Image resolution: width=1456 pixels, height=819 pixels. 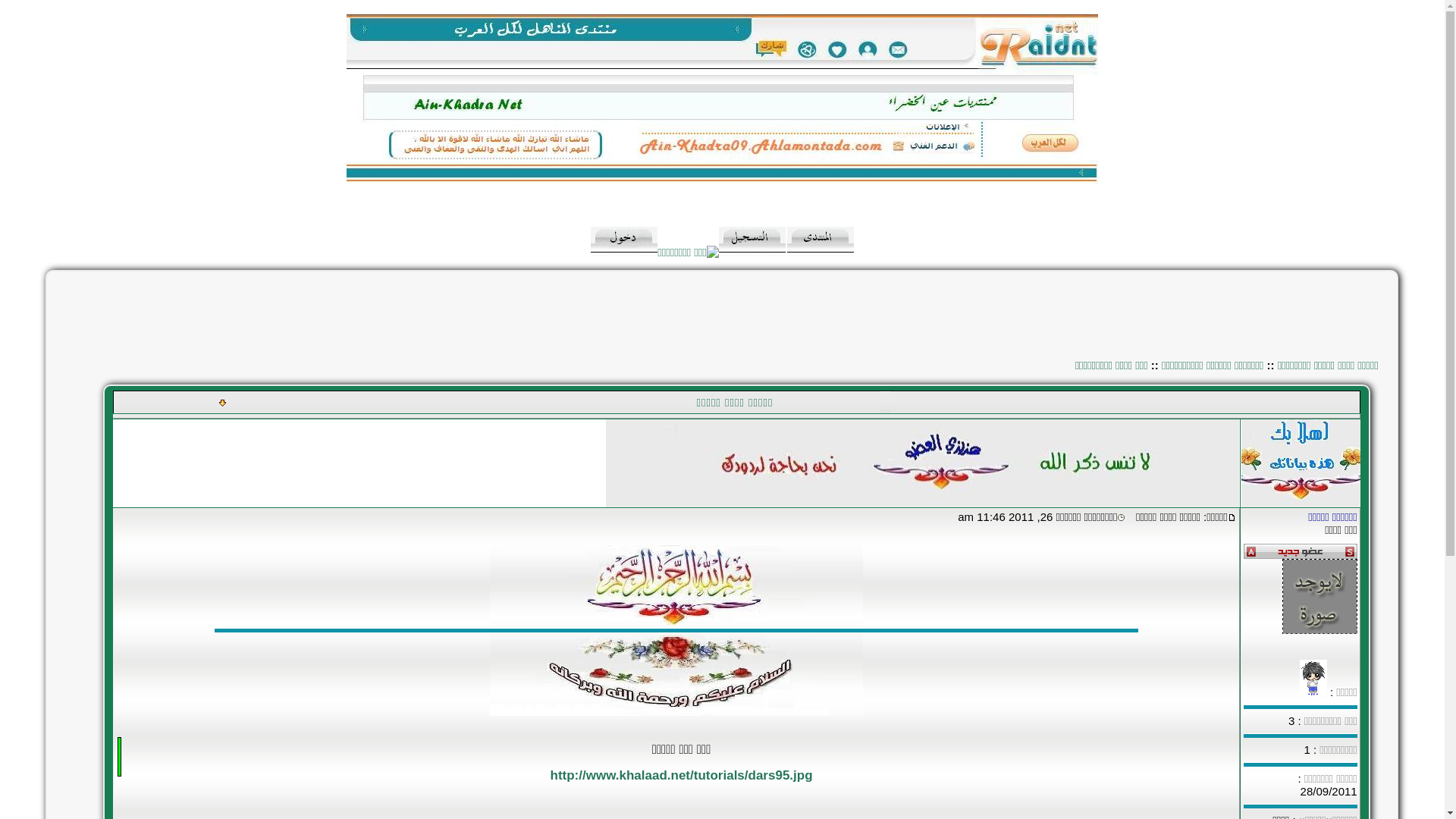 I want to click on 'http://www.khalaad.net/tutorials/dars95.jpg', so click(x=680, y=775).